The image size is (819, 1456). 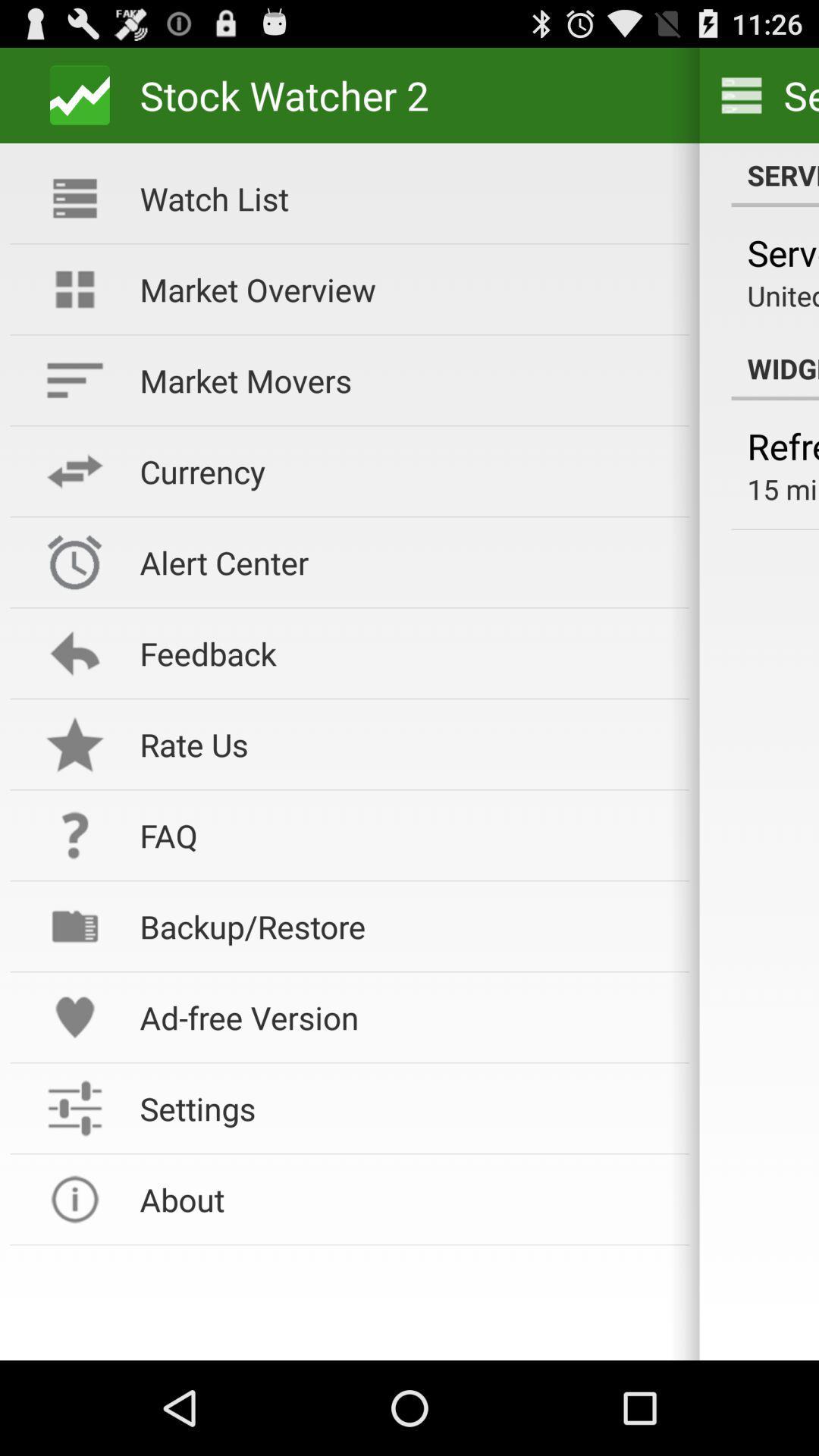 What do you see at coordinates (403, 744) in the screenshot?
I see `the rate us icon` at bounding box center [403, 744].